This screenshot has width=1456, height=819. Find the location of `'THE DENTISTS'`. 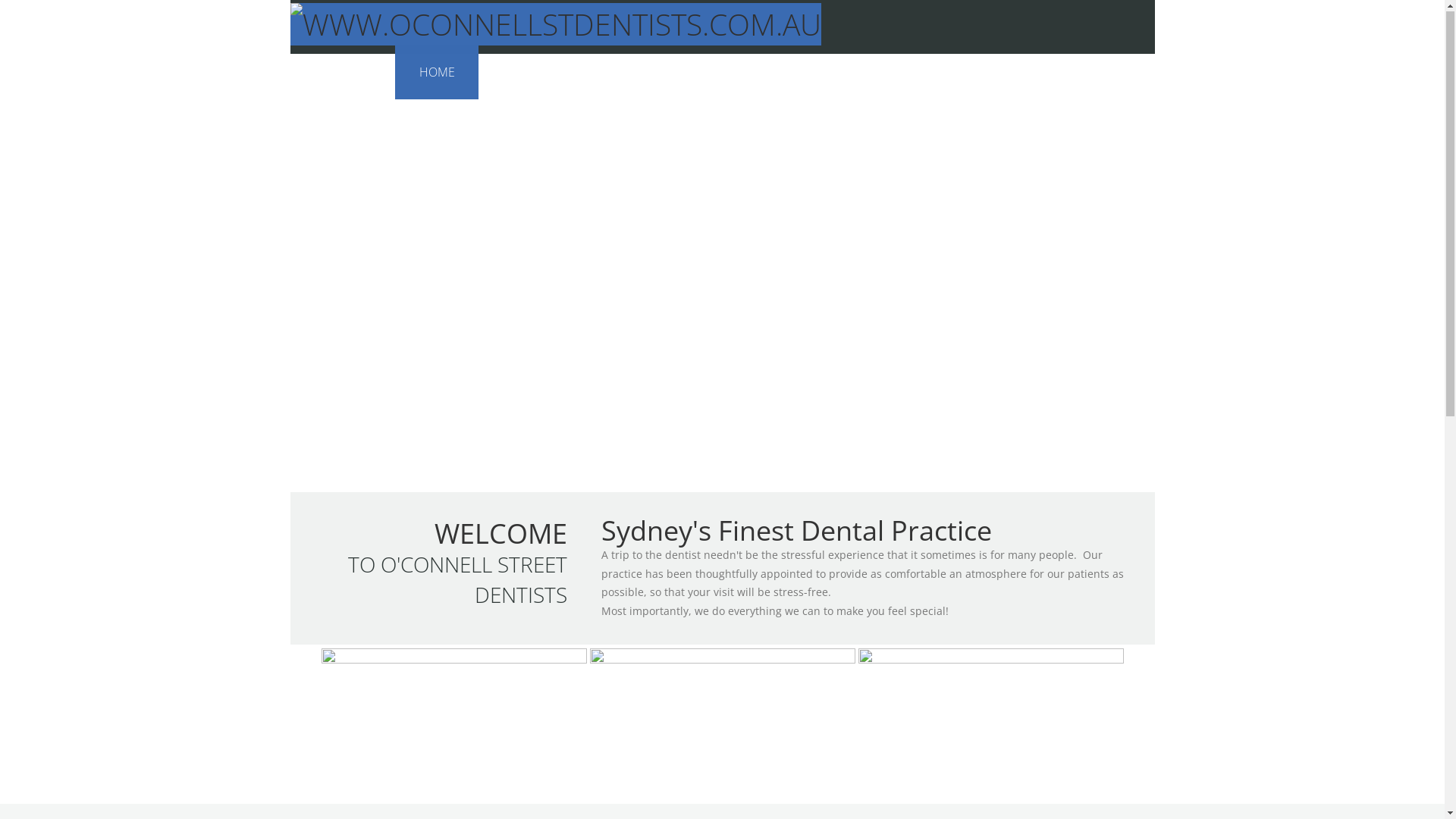

'THE DENTISTS' is located at coordinates (541, 73).